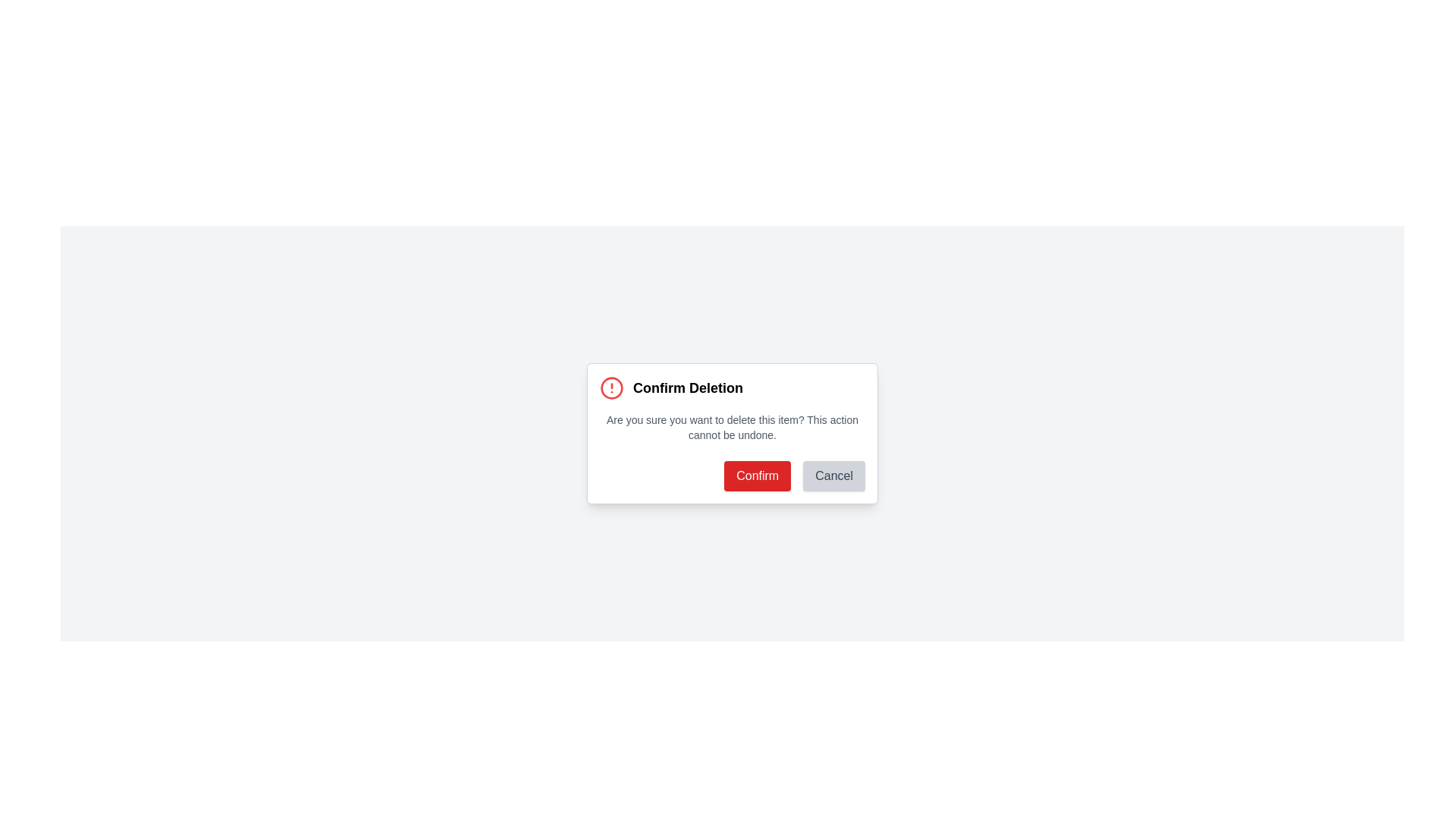  Describe the element at coordinates (758, 475) in the screenshot. I see `the confirm button located on the bottom right of the dialog box, positioned to the left of the 'Cancel' button` at that location.